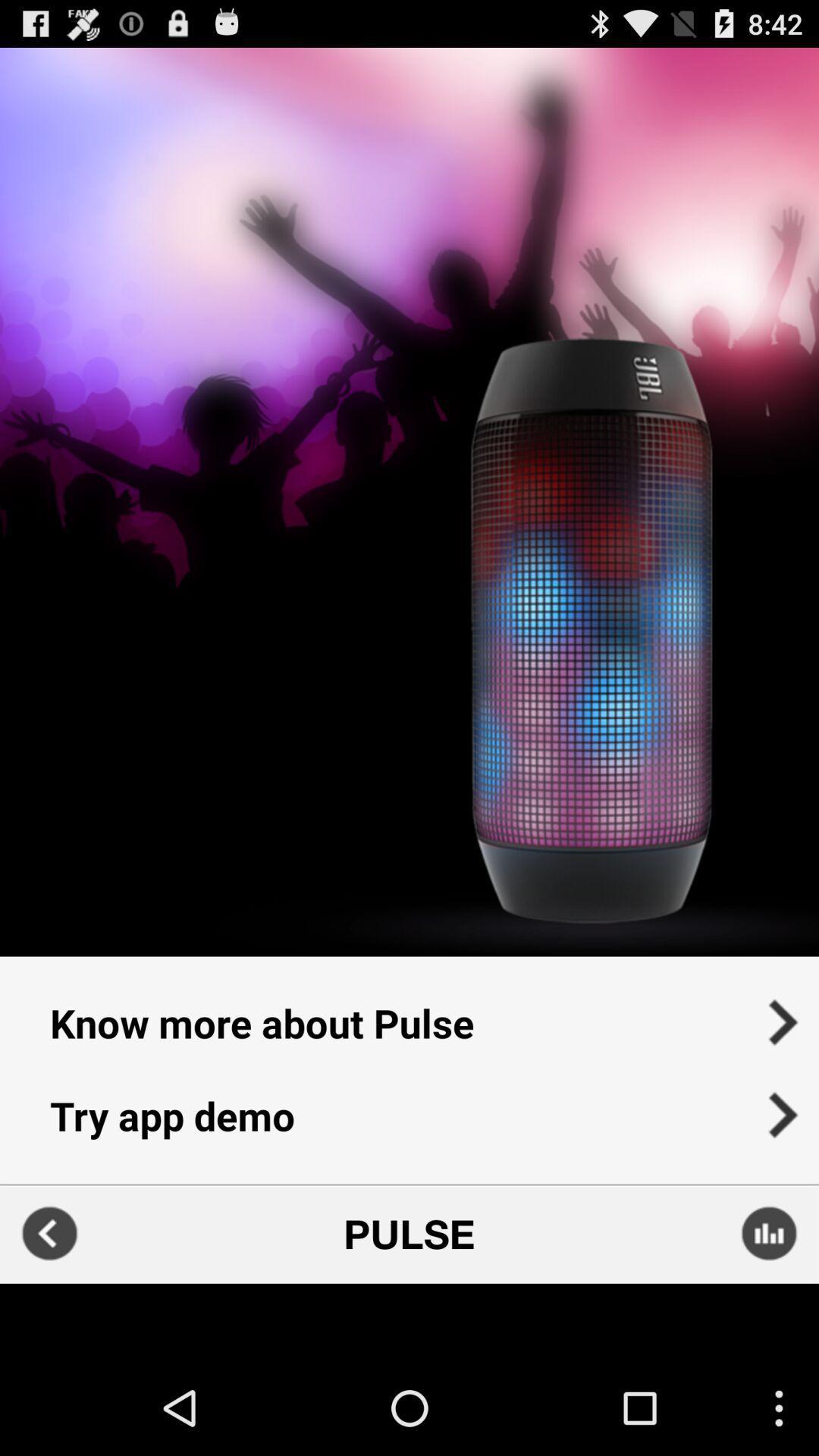 This screenshot has height=1456, width=819. I want to click on the item above try app demo item, so click(409, 1012).